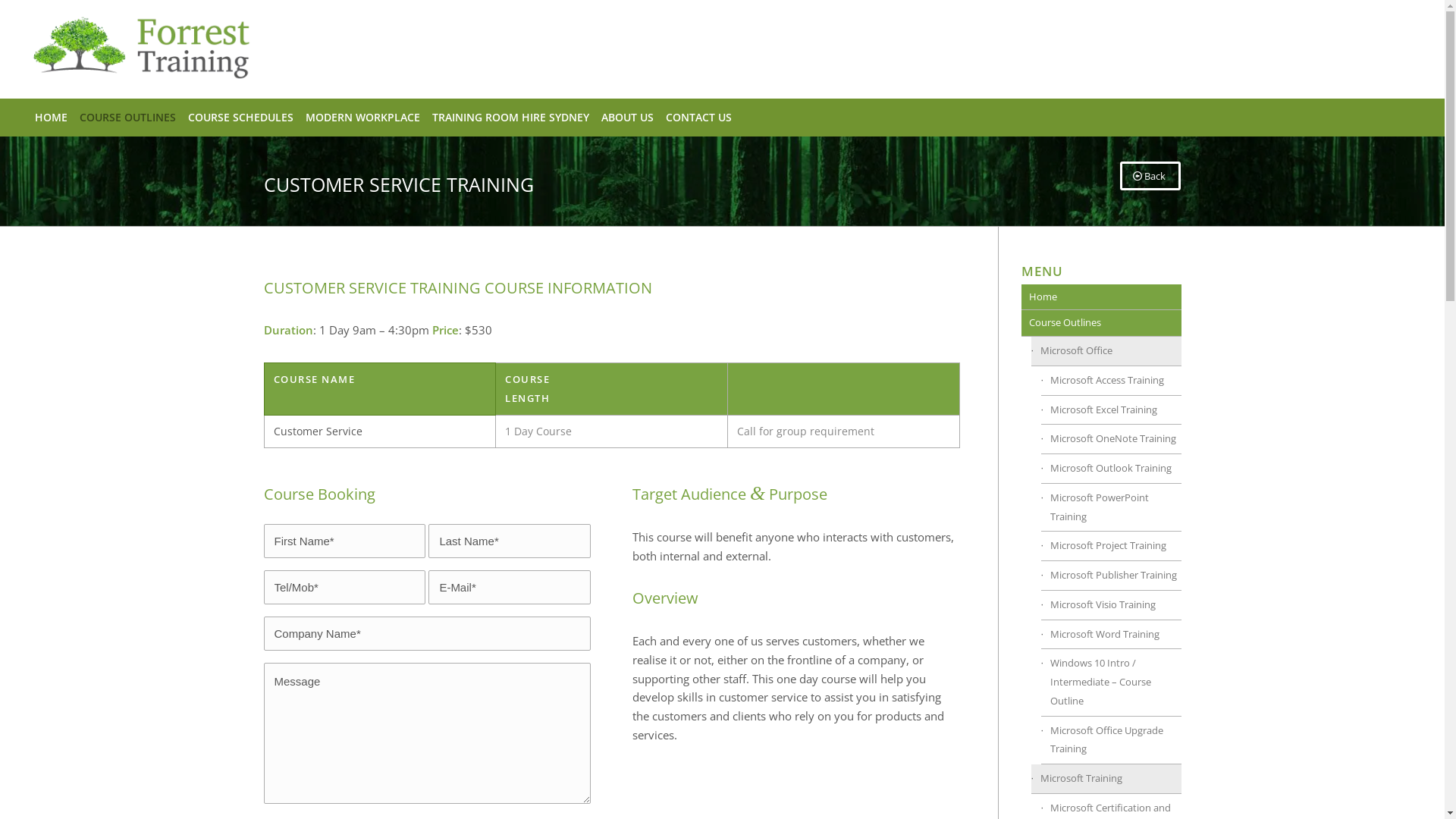  Describe the element at coordinates (1110, 576) in the screenshot. I see `'Microsoft Publisher Training'` at that location.